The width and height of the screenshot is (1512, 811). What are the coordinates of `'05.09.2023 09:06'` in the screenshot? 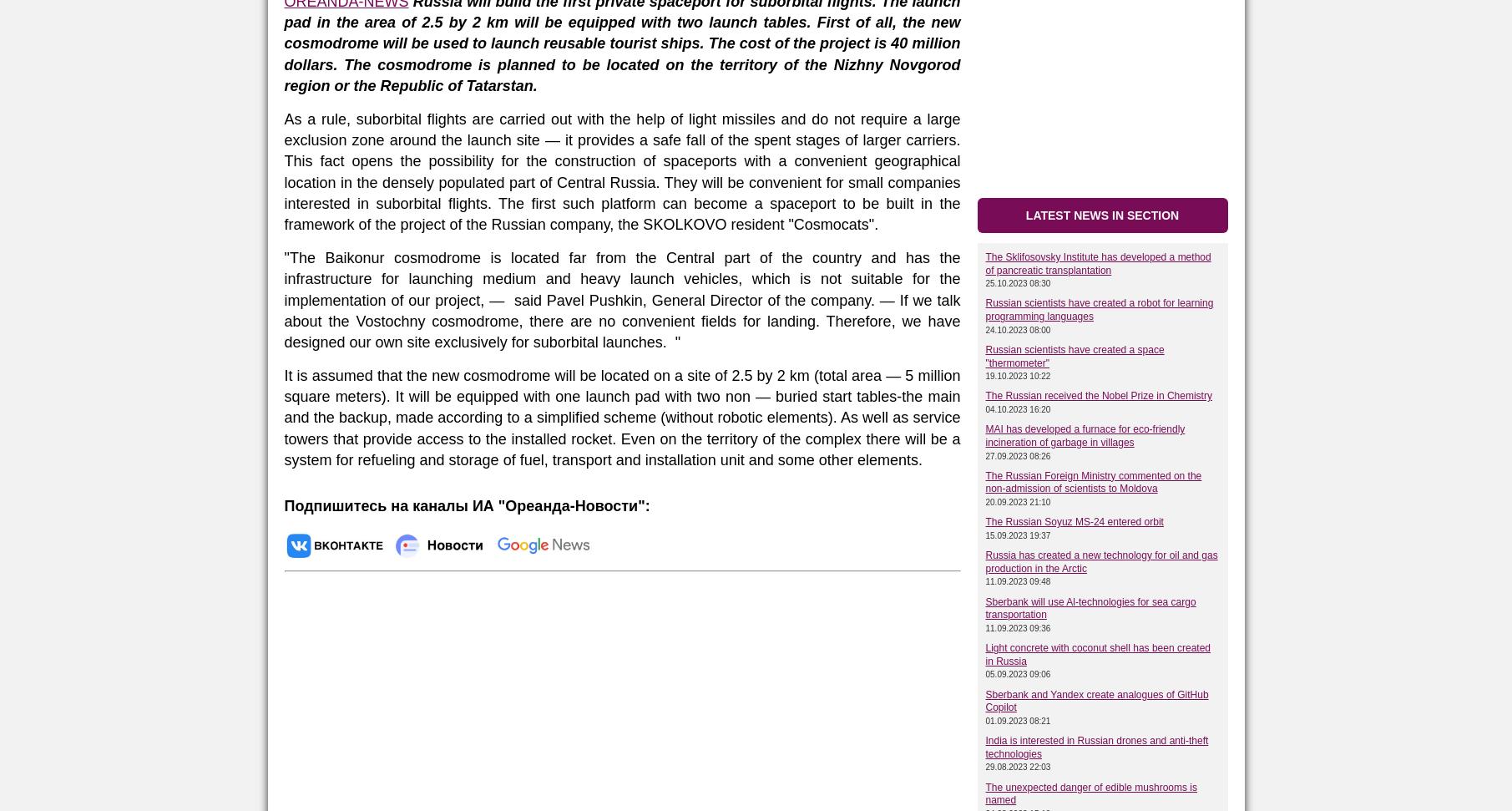 It's located at (1017, 674).